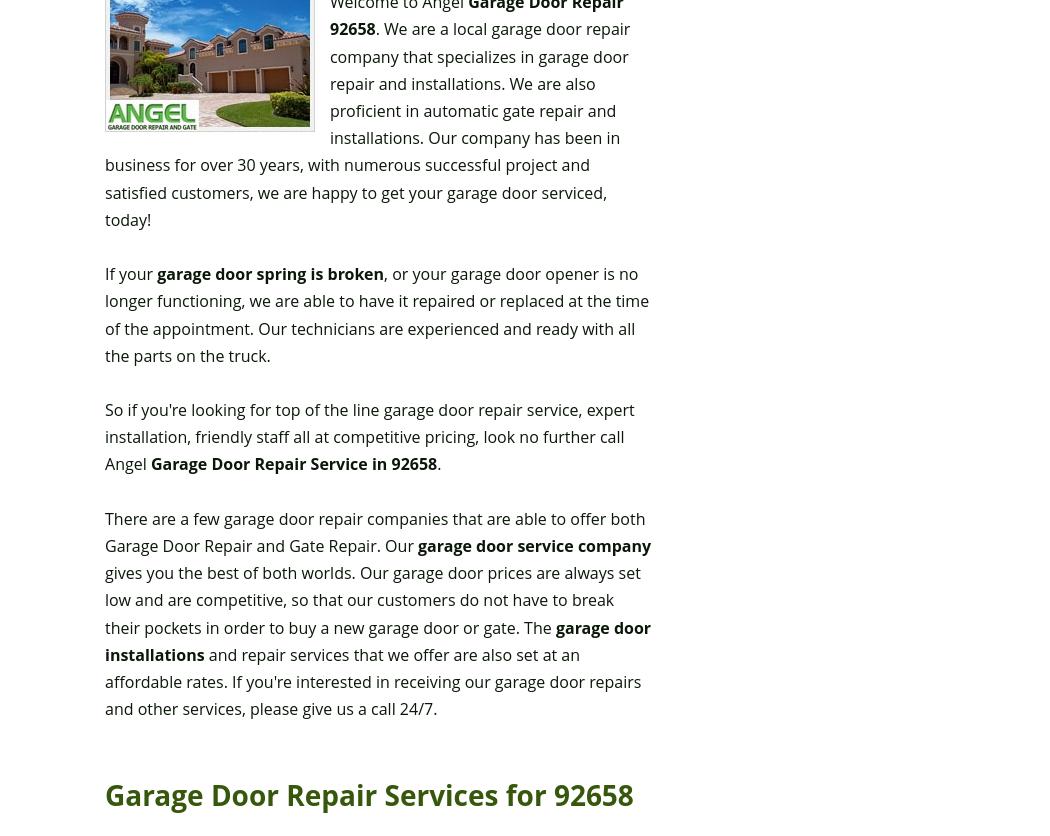 The height and width of the screenshot is (836, 1050). What do you see at coordinates (371, 598) in the screenshot?
I see `'gives you the best of both worlds. Our garage door prices are always set low and are competitive, so that our customers do not have to break their pockets in order to buy a new garage door or gate. The'` at bounding box center [371, 598].